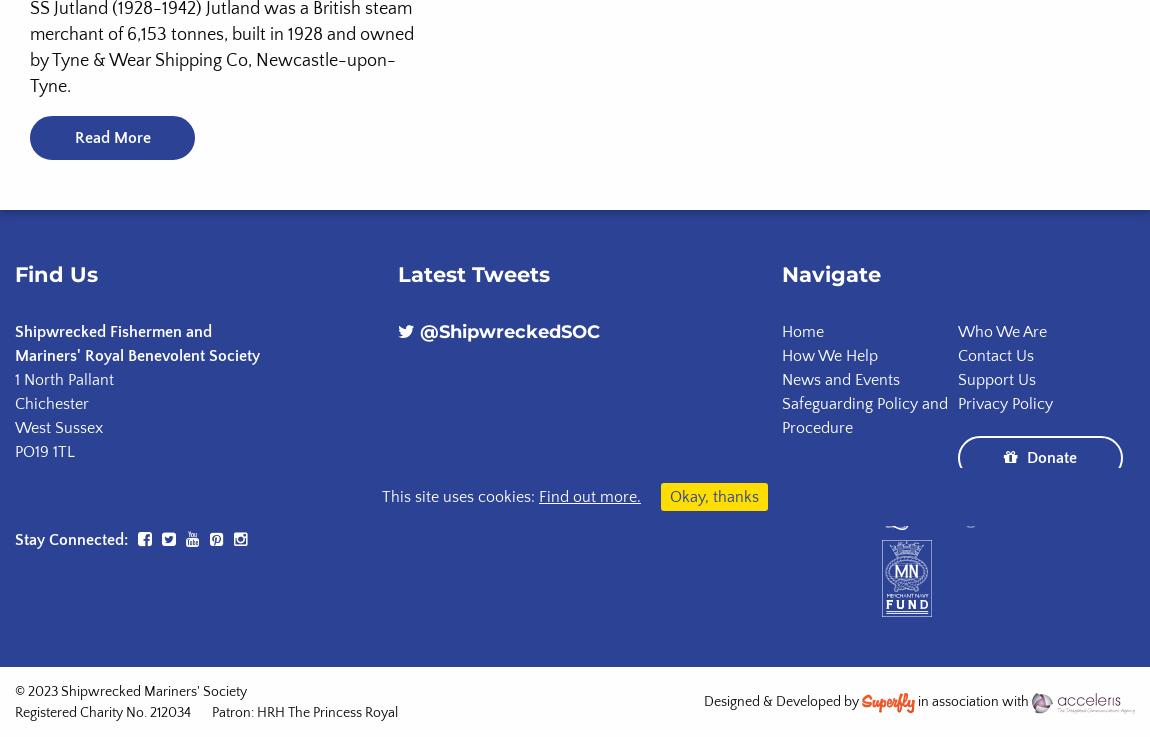  What do you see at coordinates (822, 512) in the screenshot?
I see `'Supported by'` at bounding box center [822, 512].